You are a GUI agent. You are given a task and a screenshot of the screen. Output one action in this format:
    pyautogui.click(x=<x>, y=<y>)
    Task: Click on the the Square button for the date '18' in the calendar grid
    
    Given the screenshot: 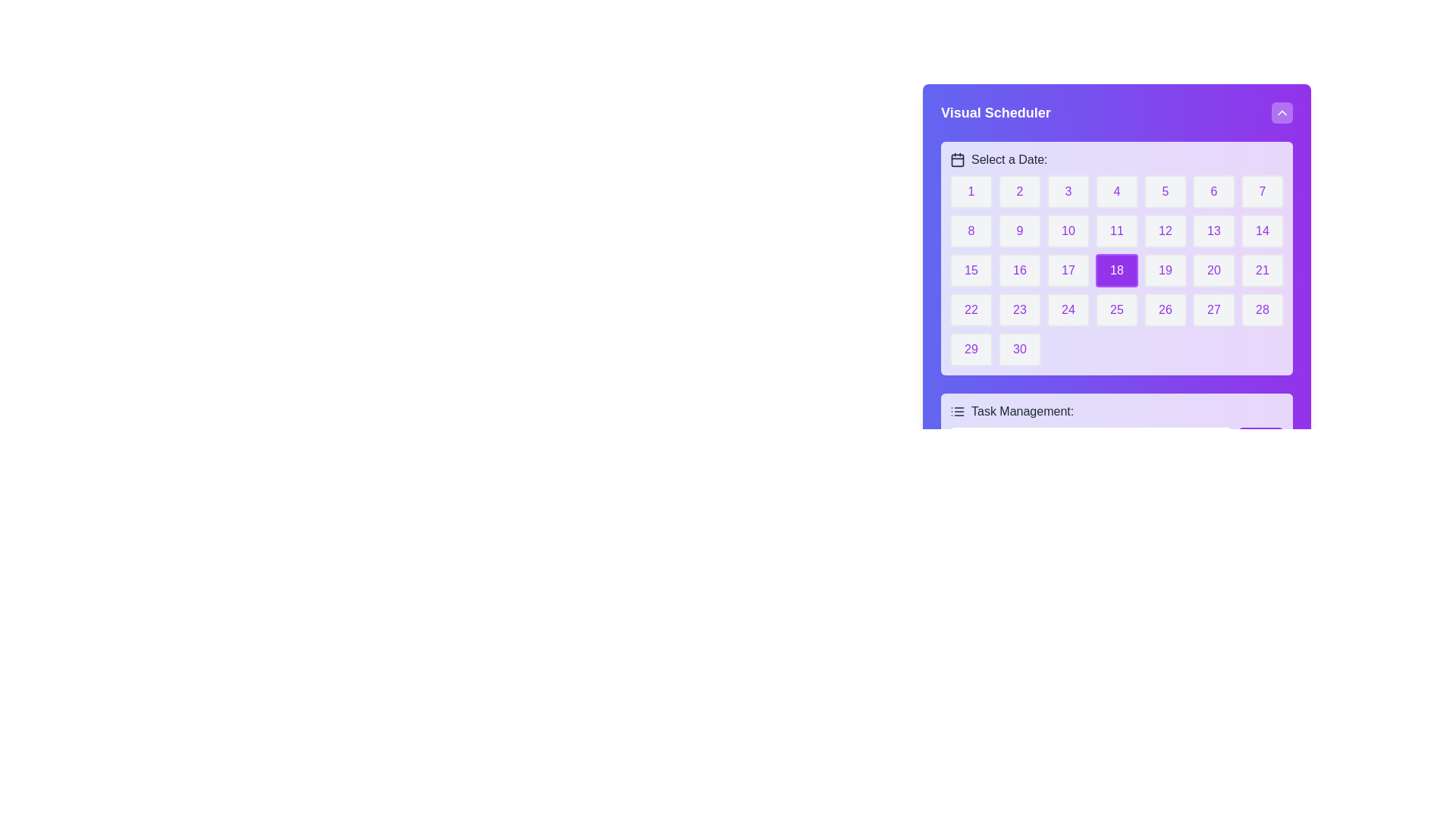 What is the action you would take?
    pyautogui.click(x=1117, y=246)
    